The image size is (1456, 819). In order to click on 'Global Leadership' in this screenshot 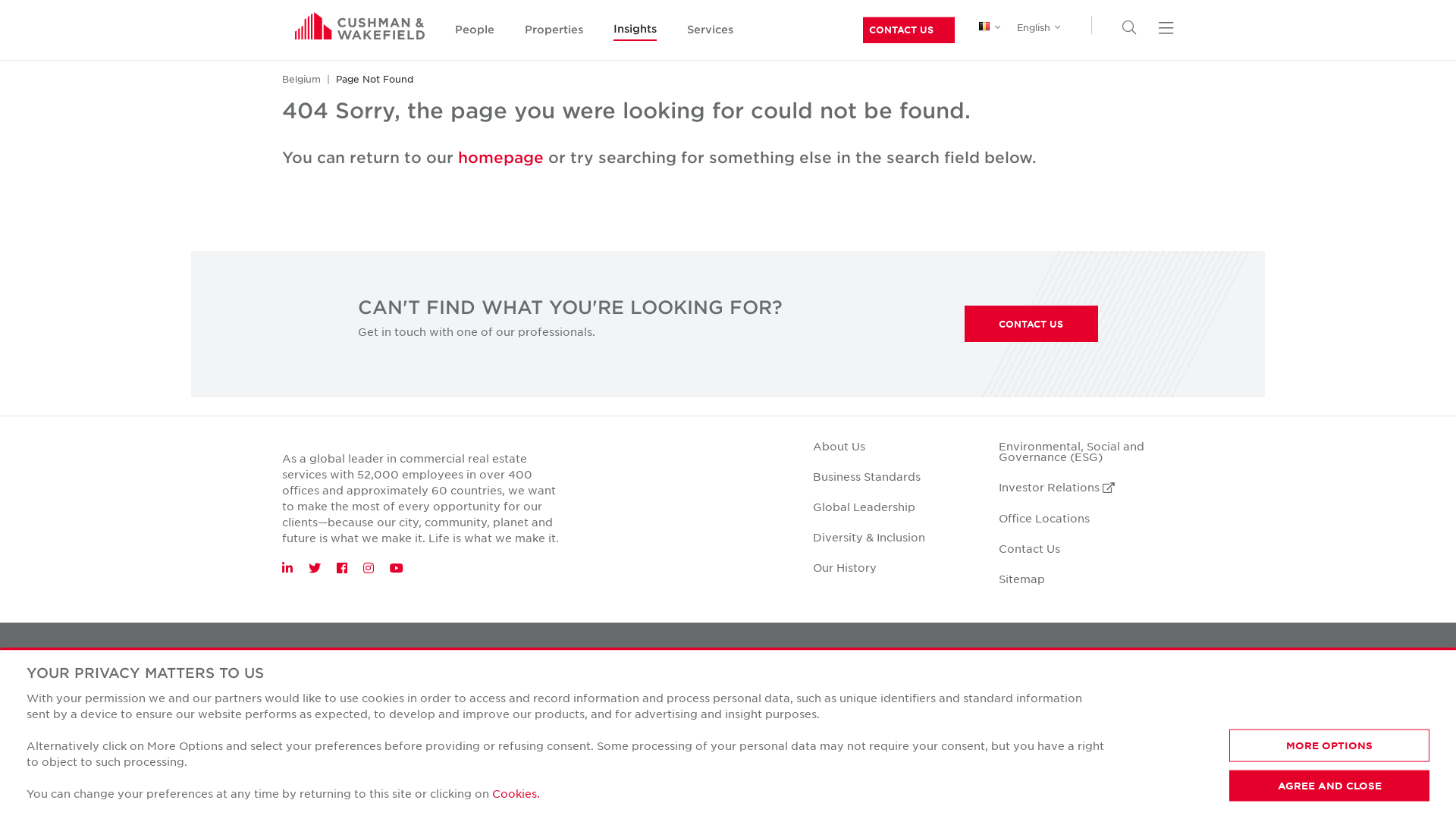, I will do `click(811, 506)`.